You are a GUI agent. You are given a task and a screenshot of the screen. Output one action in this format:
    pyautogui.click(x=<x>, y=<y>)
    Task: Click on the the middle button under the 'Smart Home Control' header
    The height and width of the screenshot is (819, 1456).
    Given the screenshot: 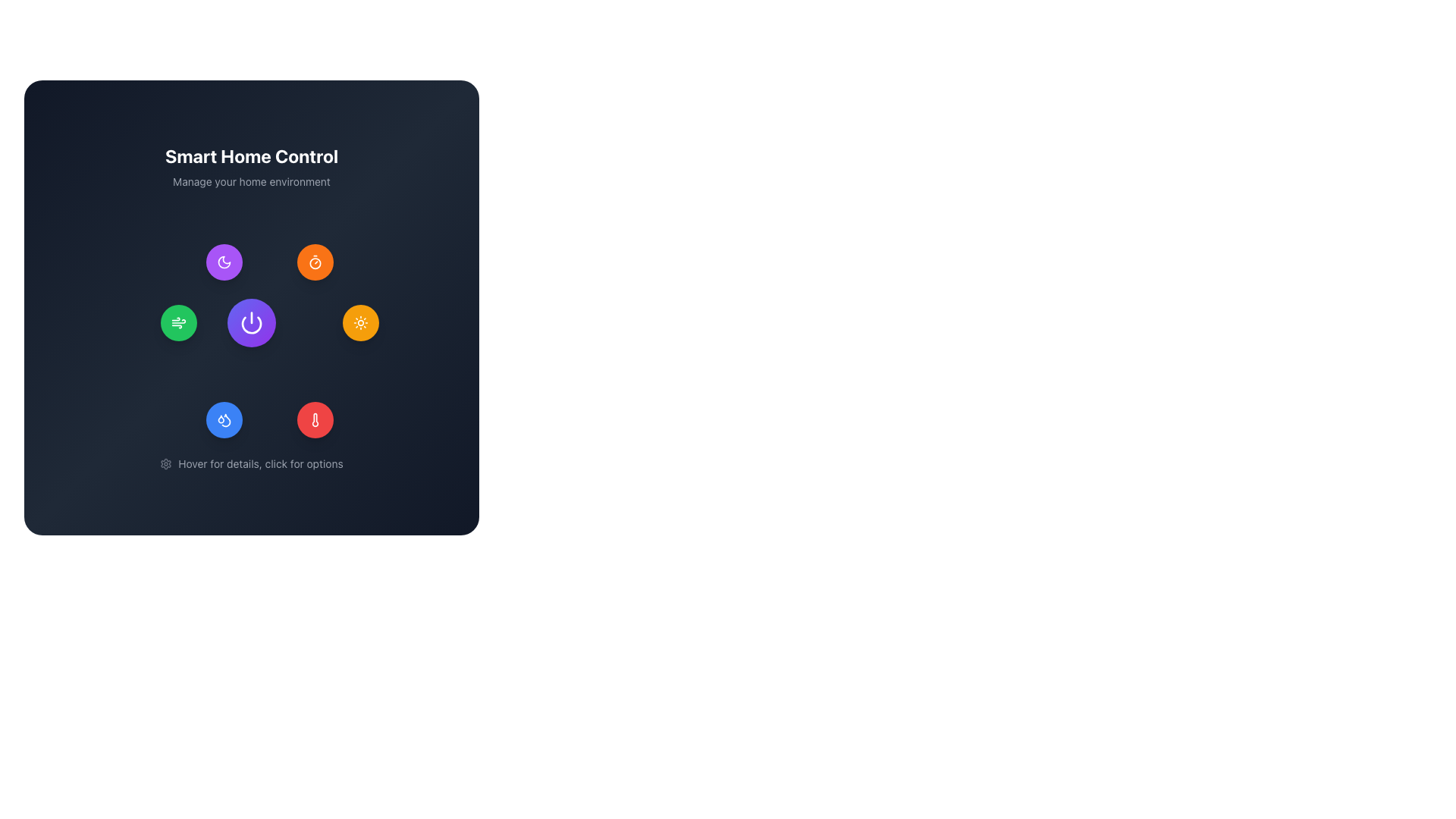 What is the action you would take?
    pyautogui.click(x=251, y=307)
    